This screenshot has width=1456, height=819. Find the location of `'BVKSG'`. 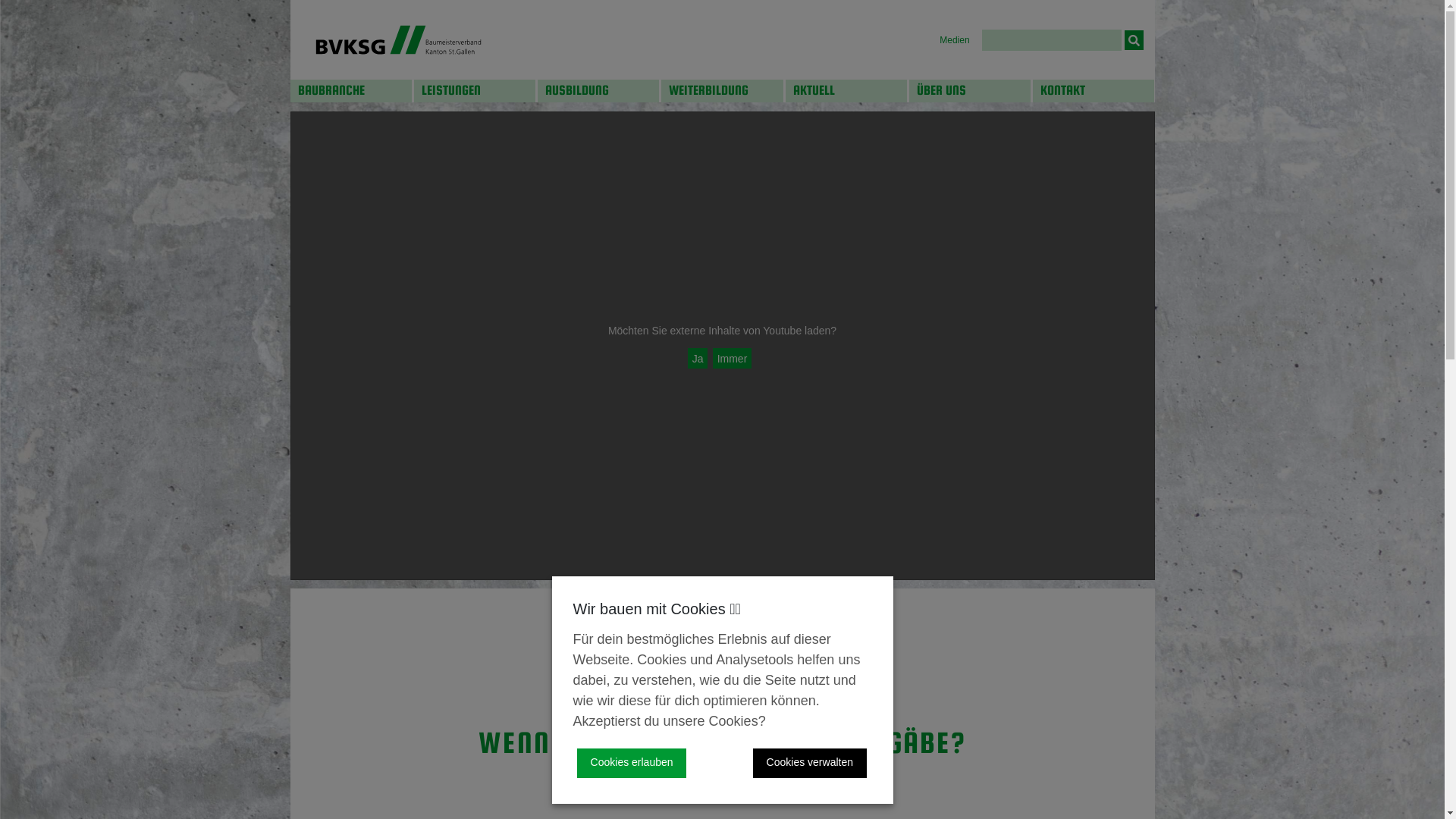

'BVKSG' is located at coordinates (397, 39).